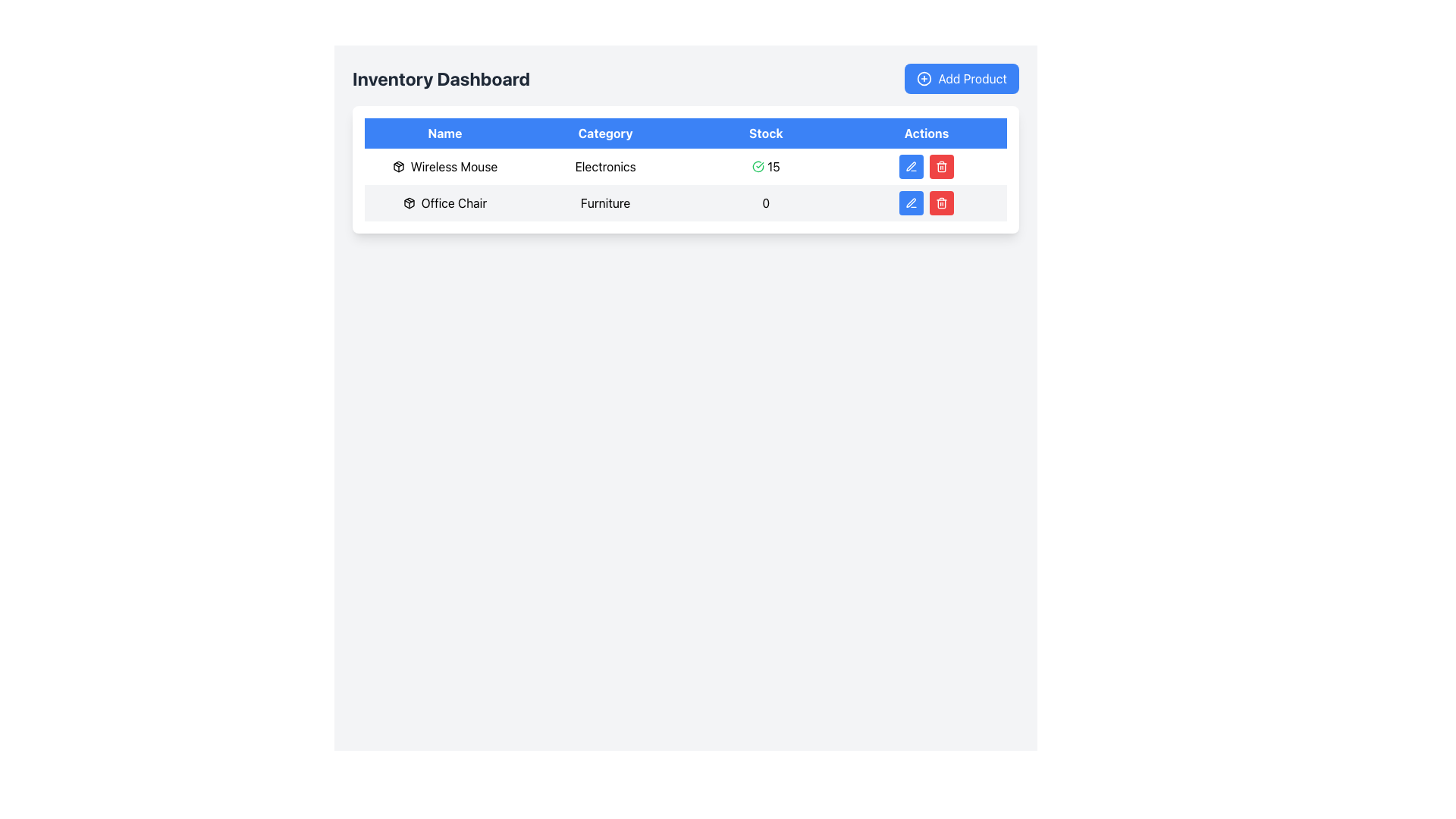  What do you see at coordinates (773, 166) in the screenshot?
I see `the number 15 displayed in the stock label within the Stock column of the first row of the Inventory Dashboard` at bounding box center [773, 166].